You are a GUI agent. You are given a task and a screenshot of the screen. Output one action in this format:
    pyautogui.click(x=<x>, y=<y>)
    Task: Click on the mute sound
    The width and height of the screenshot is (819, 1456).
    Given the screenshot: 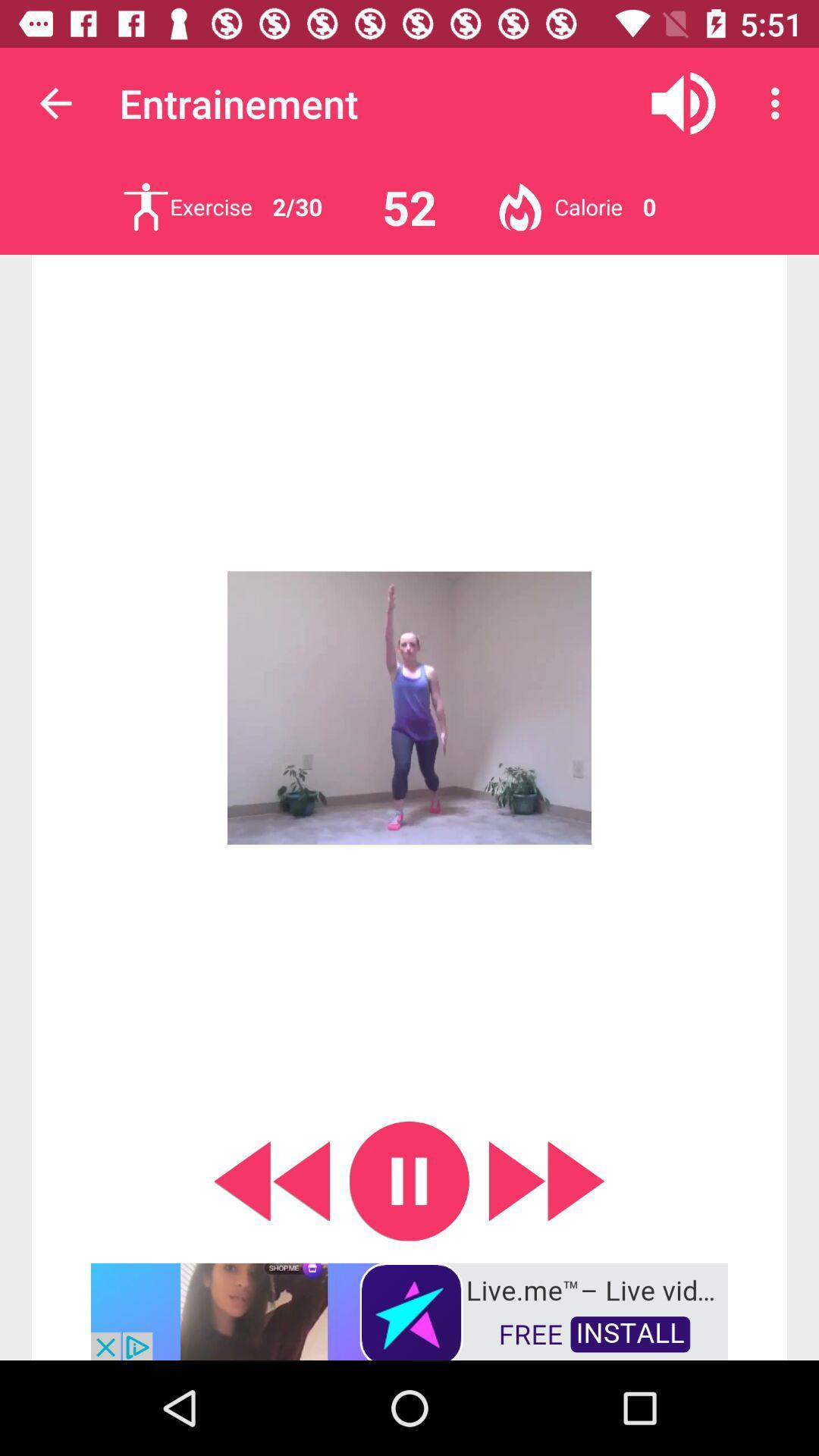 What is the action you would take?
    pyautogui.click(x=683, y=102)
    